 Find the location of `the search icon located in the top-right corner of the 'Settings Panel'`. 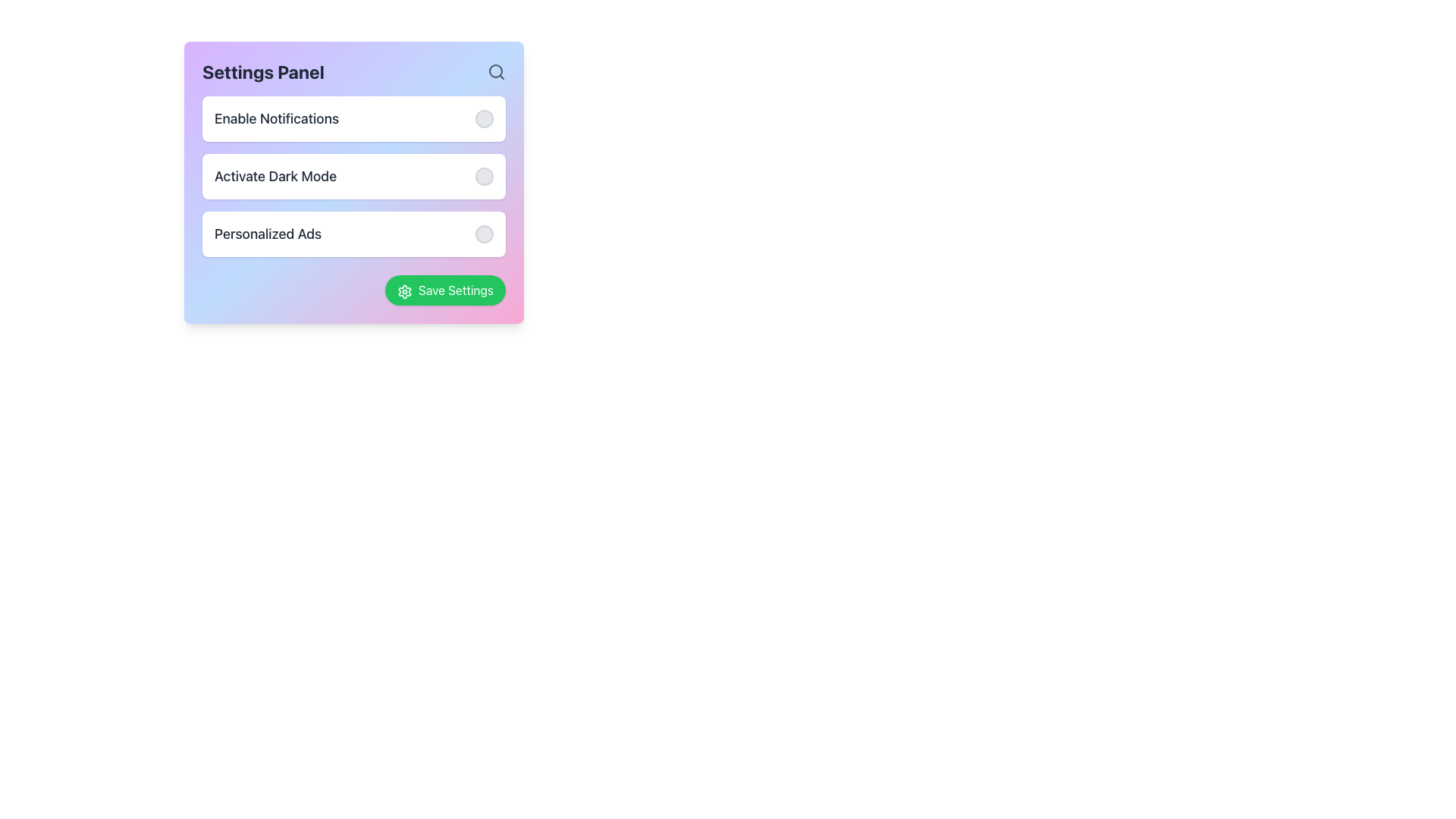

the search icon located in the top-right corner of the 'Settings Panel' is located at coordinates (496, 72).